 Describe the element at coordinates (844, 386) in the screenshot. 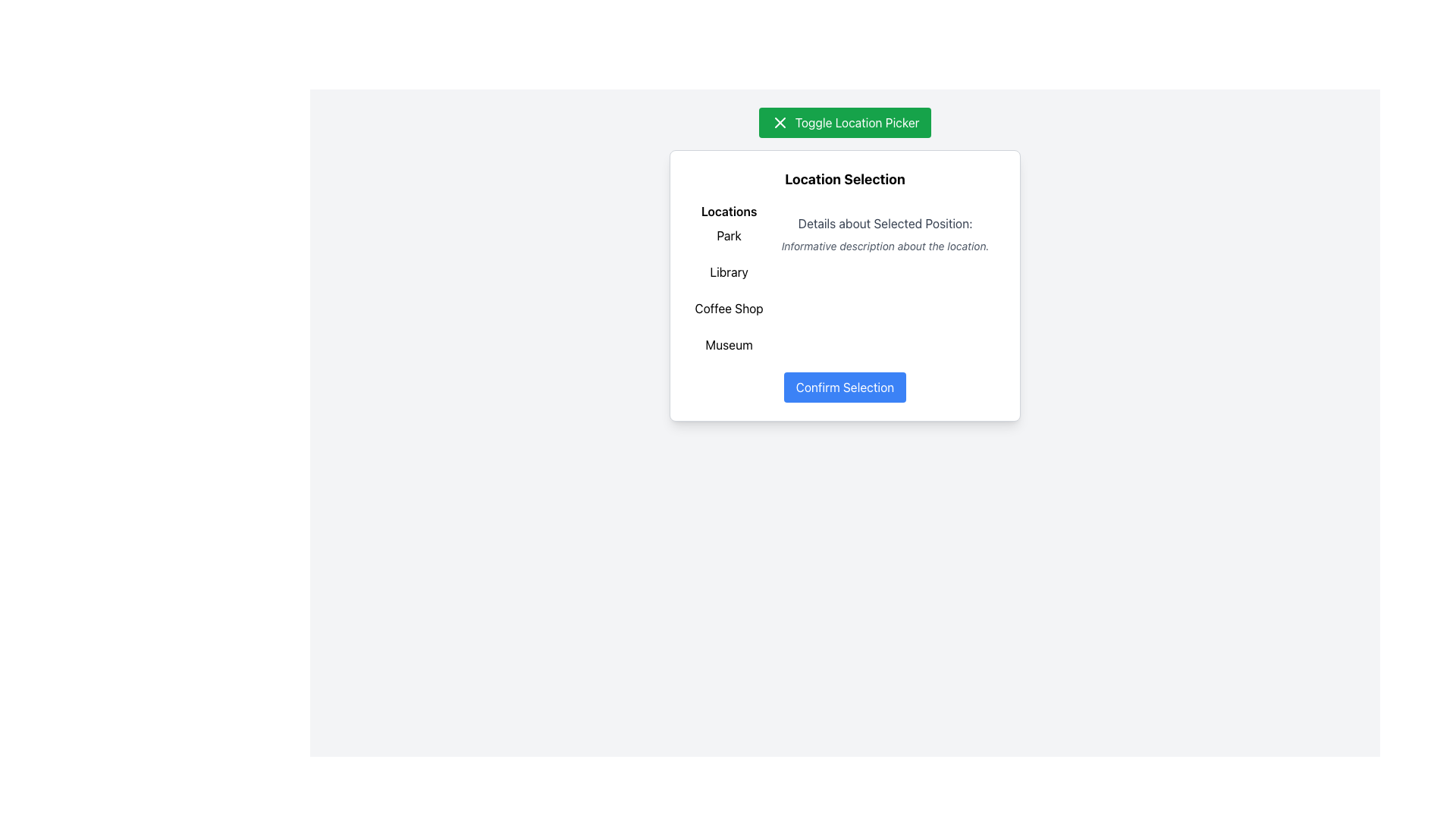

I see `the confirmation button located at the bottom of the card to trigger the hover effect` at that location.